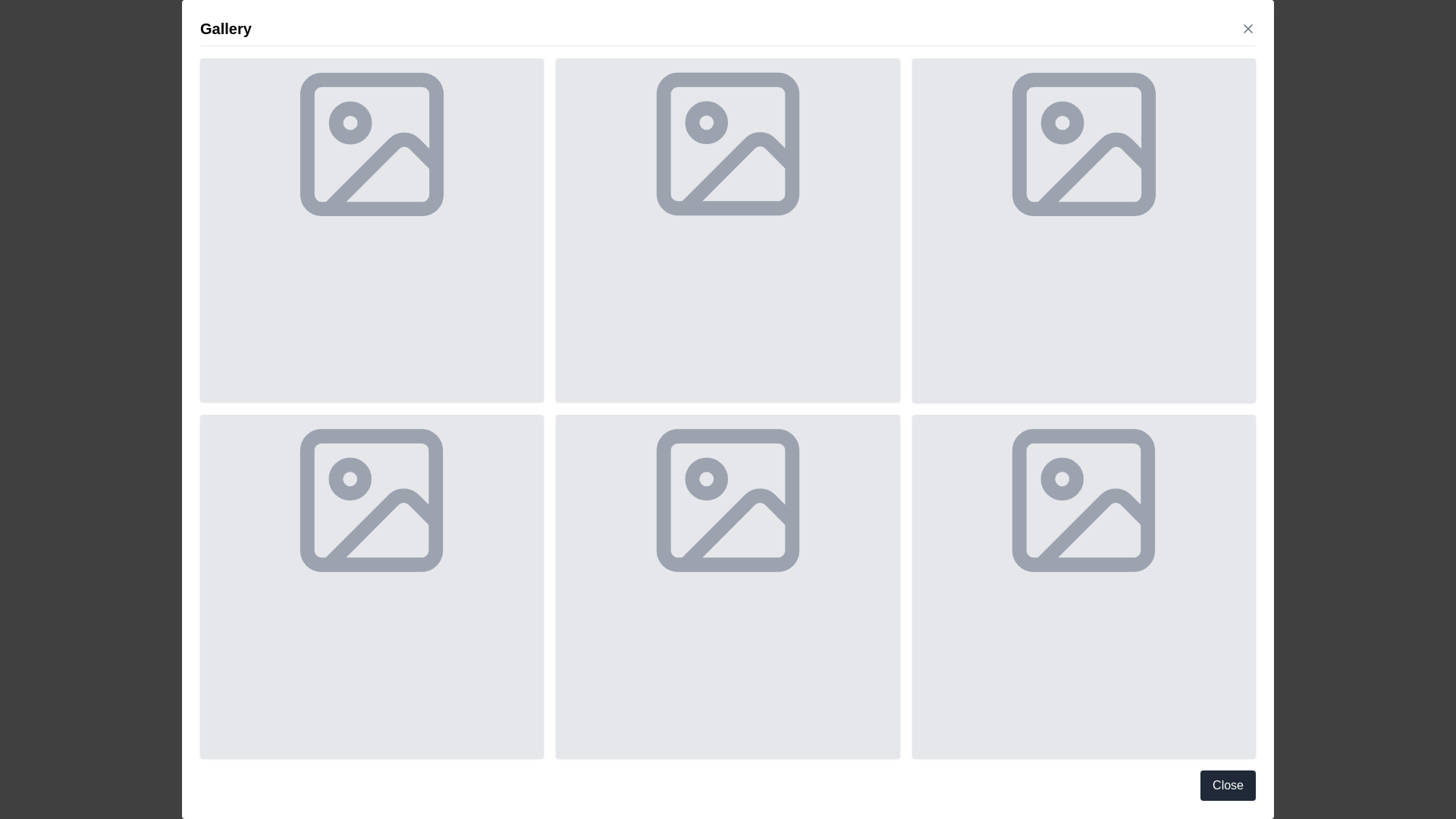 Image resolution: width=1456 pixels, height=819 pixels. What do you see at coordinates (372, 144) in the screenshot?
I see `the small rectangular graphic element located in the top-left corner of the image placeholder icon, which is visually represented without any text or imagery` at bounding box center [372, 144].